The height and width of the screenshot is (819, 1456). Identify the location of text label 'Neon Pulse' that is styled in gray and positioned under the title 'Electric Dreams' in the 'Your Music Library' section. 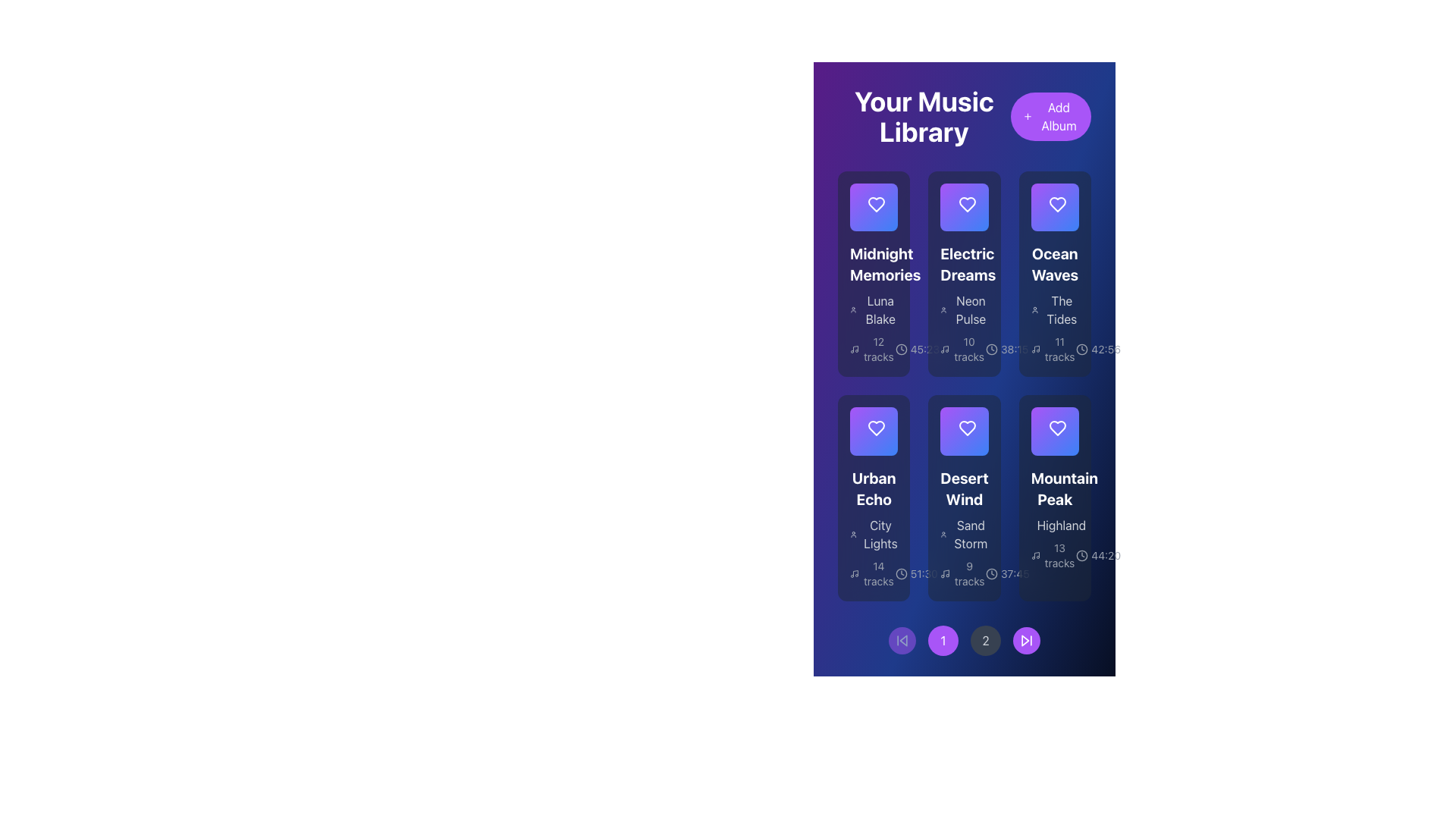
(964, 309).